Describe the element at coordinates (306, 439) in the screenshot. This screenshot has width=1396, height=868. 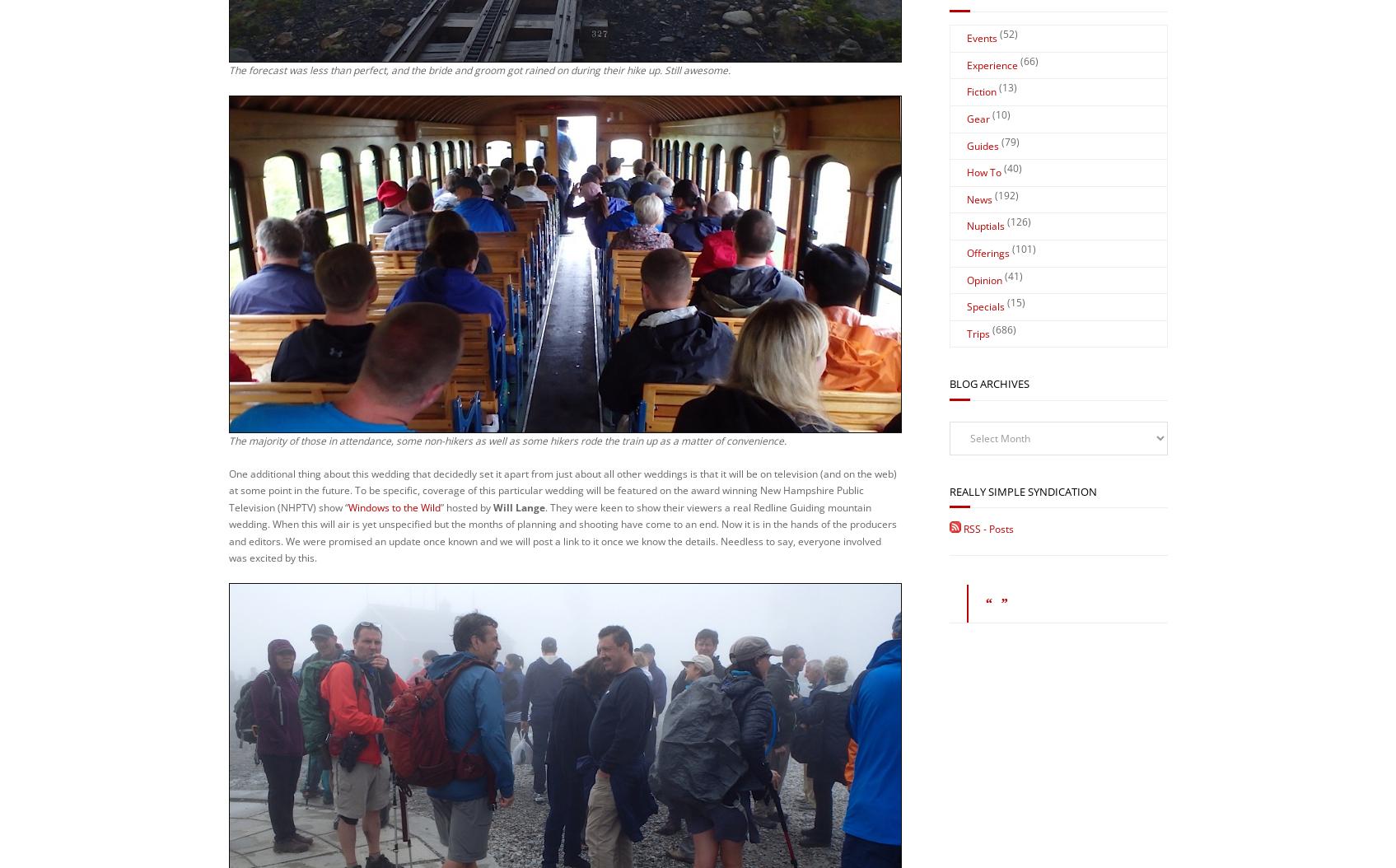
I see `'Update:'` at that location.